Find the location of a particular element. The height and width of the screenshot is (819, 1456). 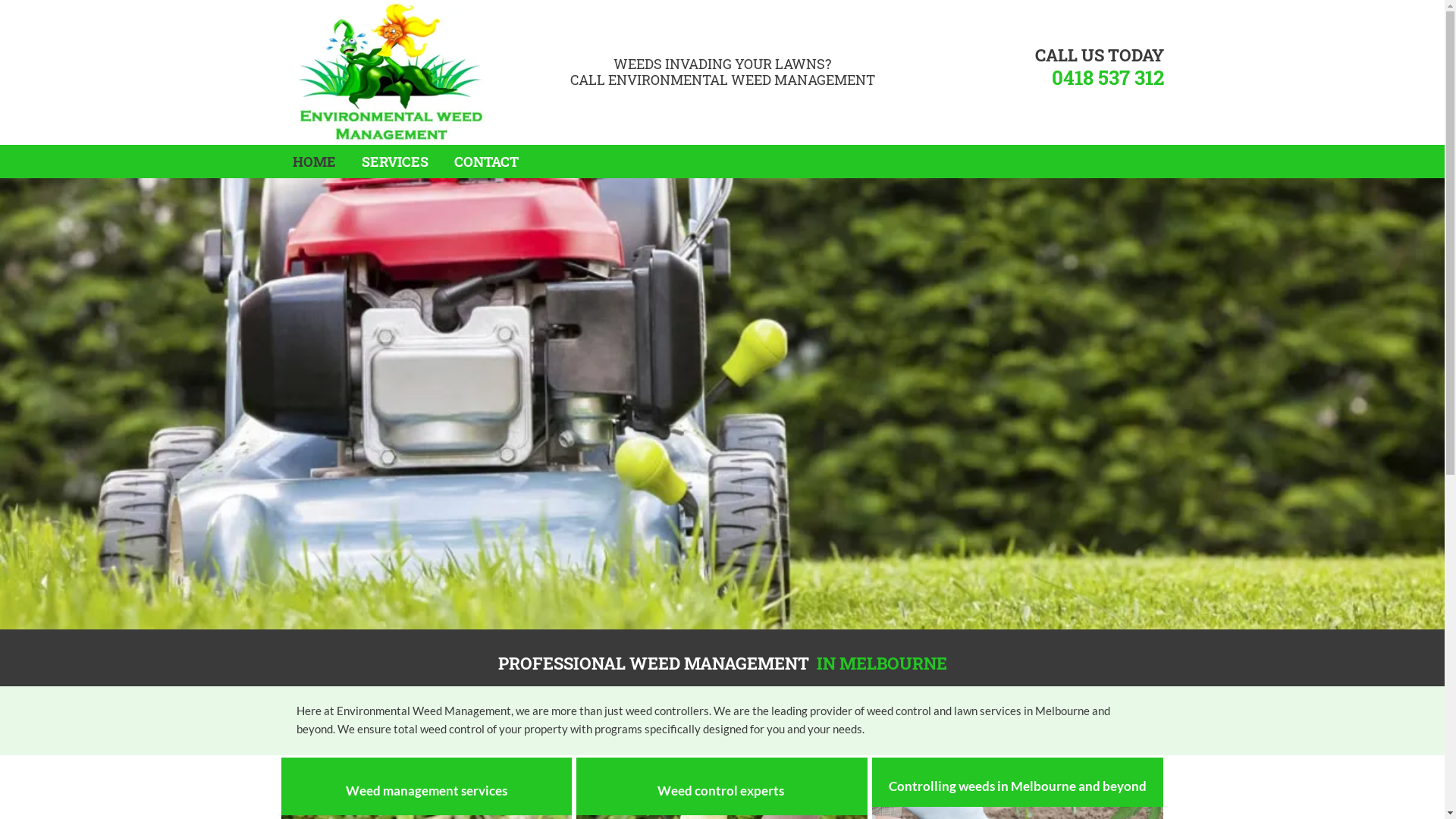

'0418 537 312' is located at coordinates (1106, 77).